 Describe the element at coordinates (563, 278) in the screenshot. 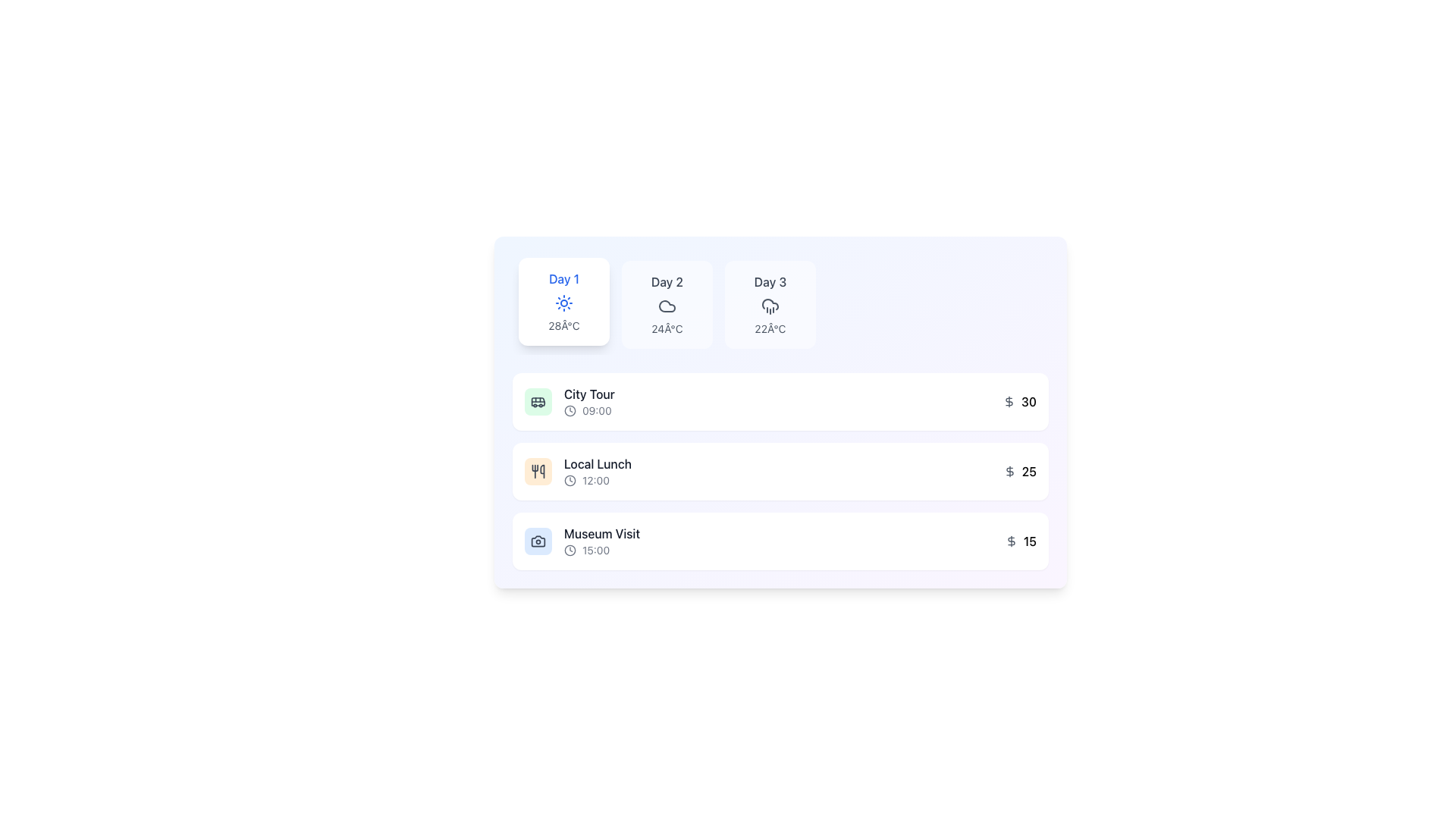

I see `the text label indicating the day number, which is positioned at the top of the first card in a horizontal row of three cards, above the weather icon and temperature indicator` at that location.